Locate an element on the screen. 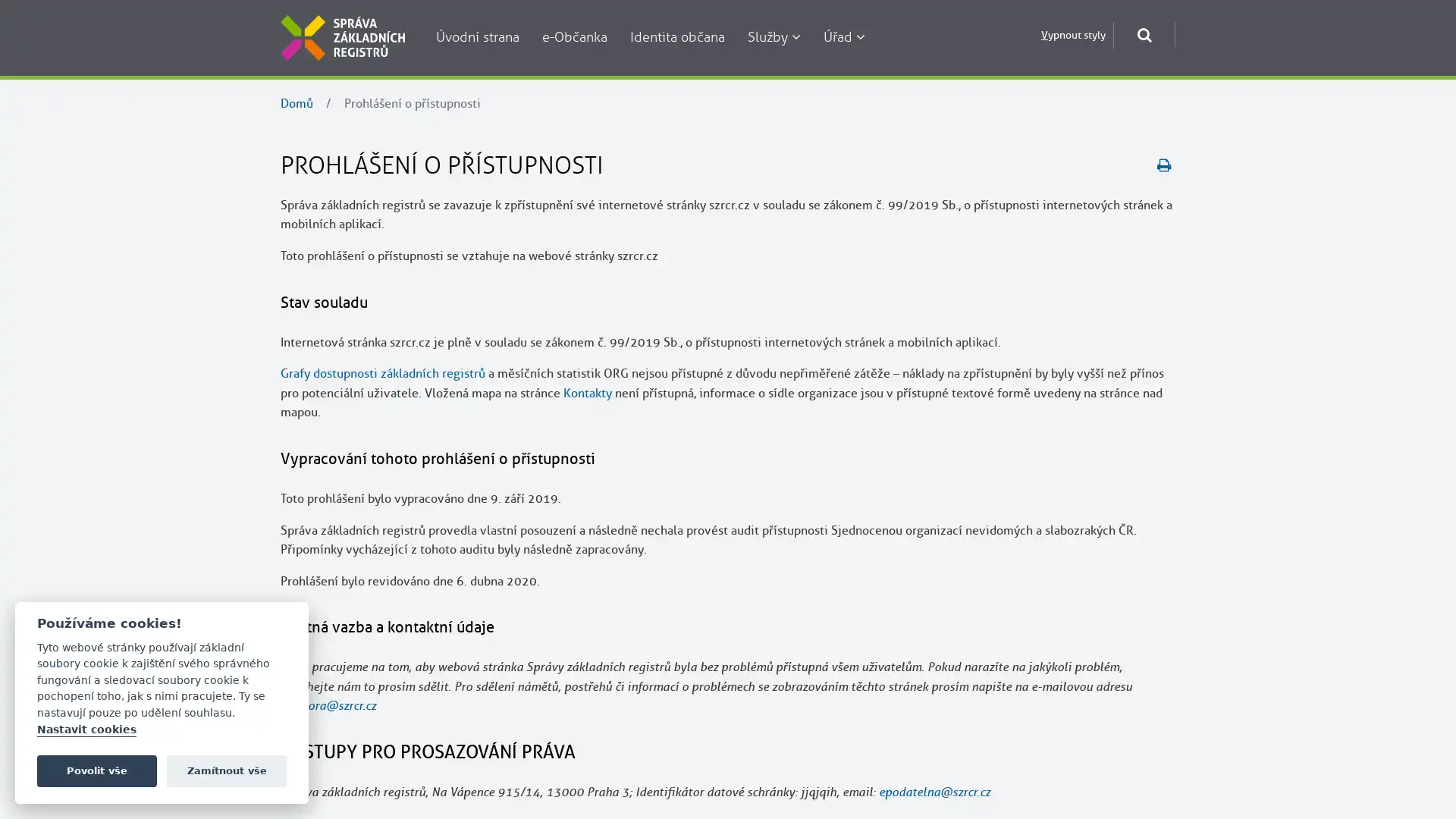 This screenshot has width=1456, height=819. Zamitnout vse is located at coordinates (225, 770).